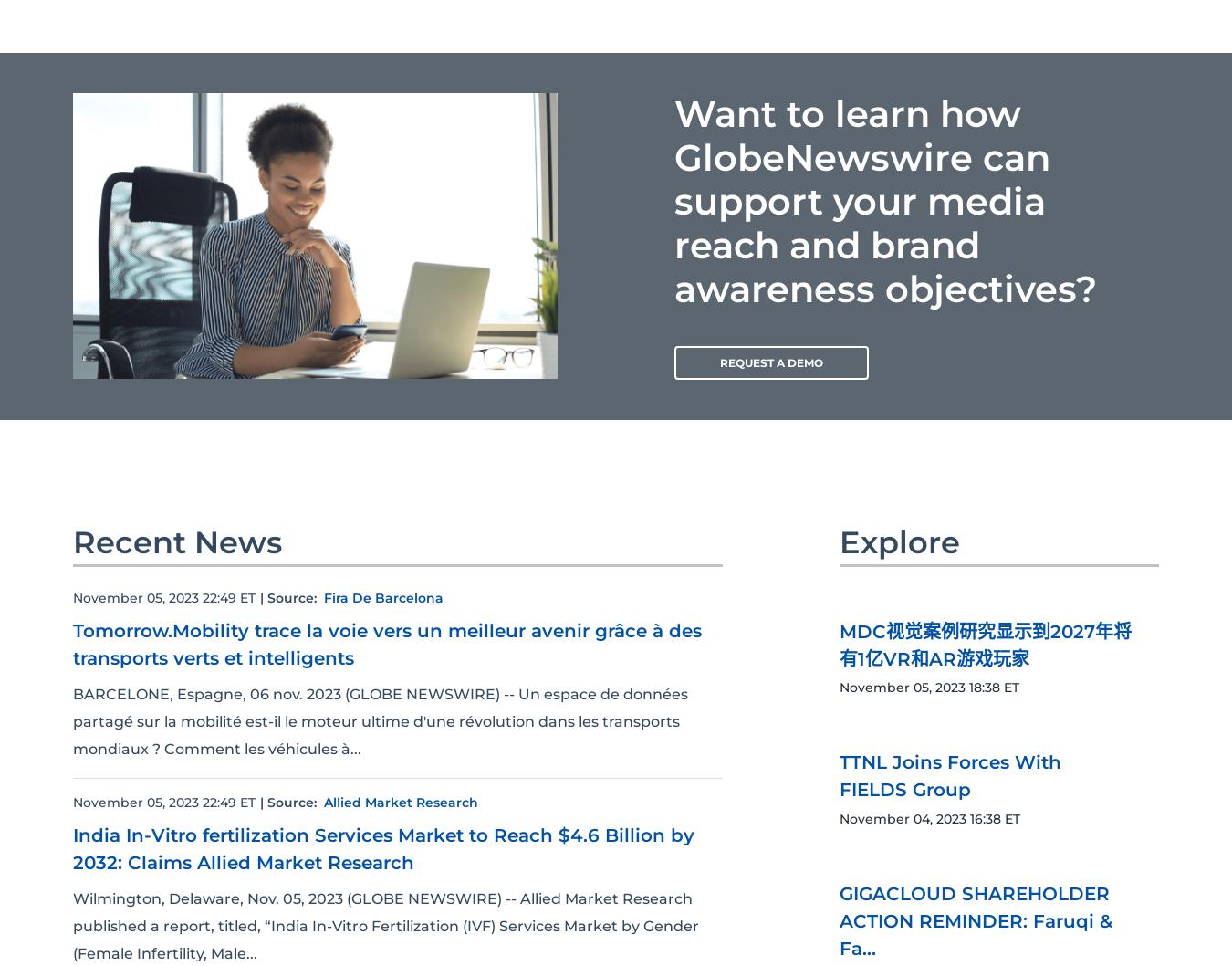  Describe the element at coordinates (385, 924) in the screenshot. I see `'Wilmington, Delaware, Nov.  05, 2023  (GLOBE NEWSWIRE) -- Allied Market Research published a report, titled, “India In-Vitro Fertilization (IVF) Services Market by Gender (Female Infertility, Male...'` at that location.